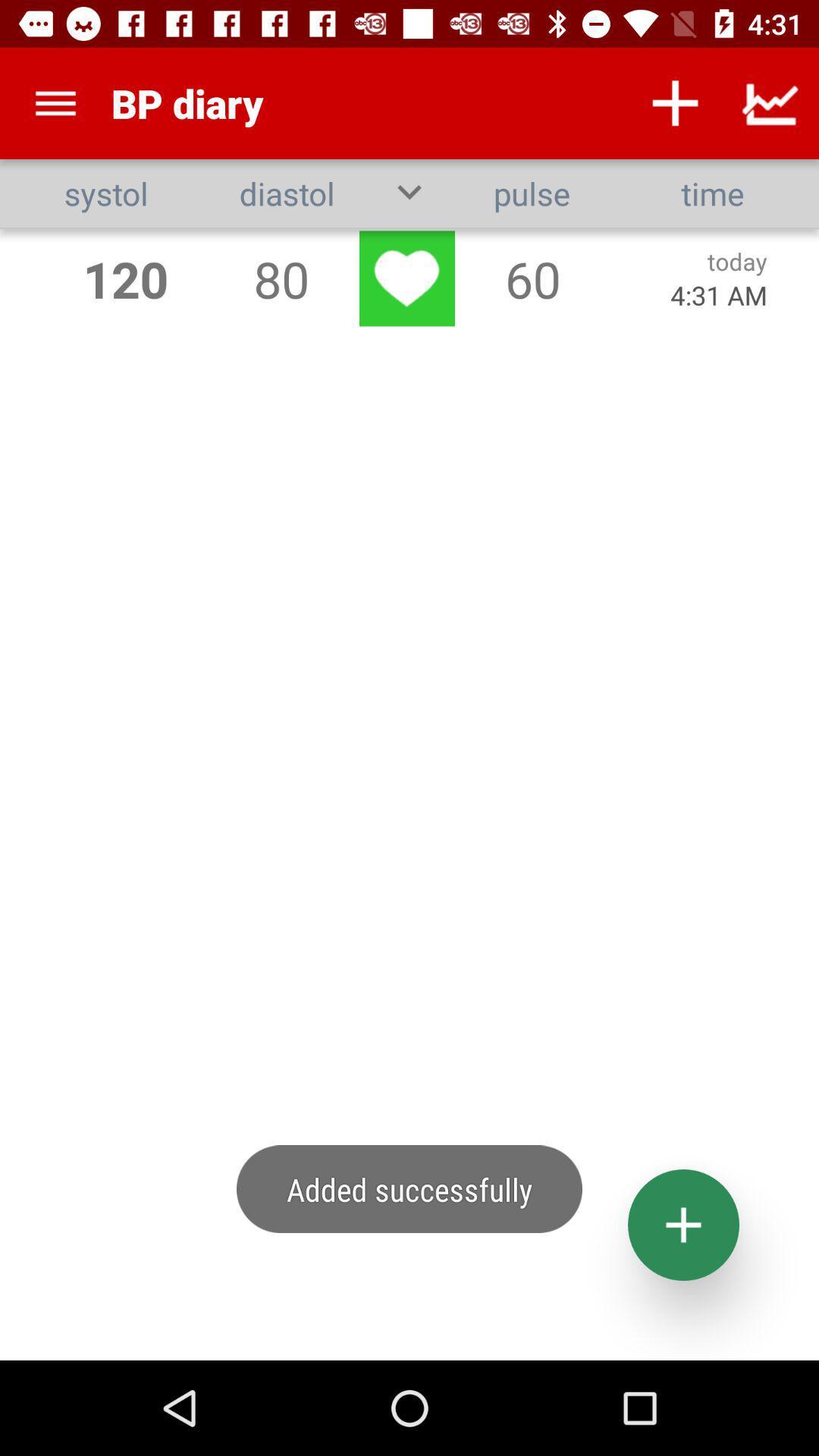 This screenshot has height=1456, width=819. Describe the element at coordinates (718, 295) in the screenshot. I see `4:31 am` at that location.